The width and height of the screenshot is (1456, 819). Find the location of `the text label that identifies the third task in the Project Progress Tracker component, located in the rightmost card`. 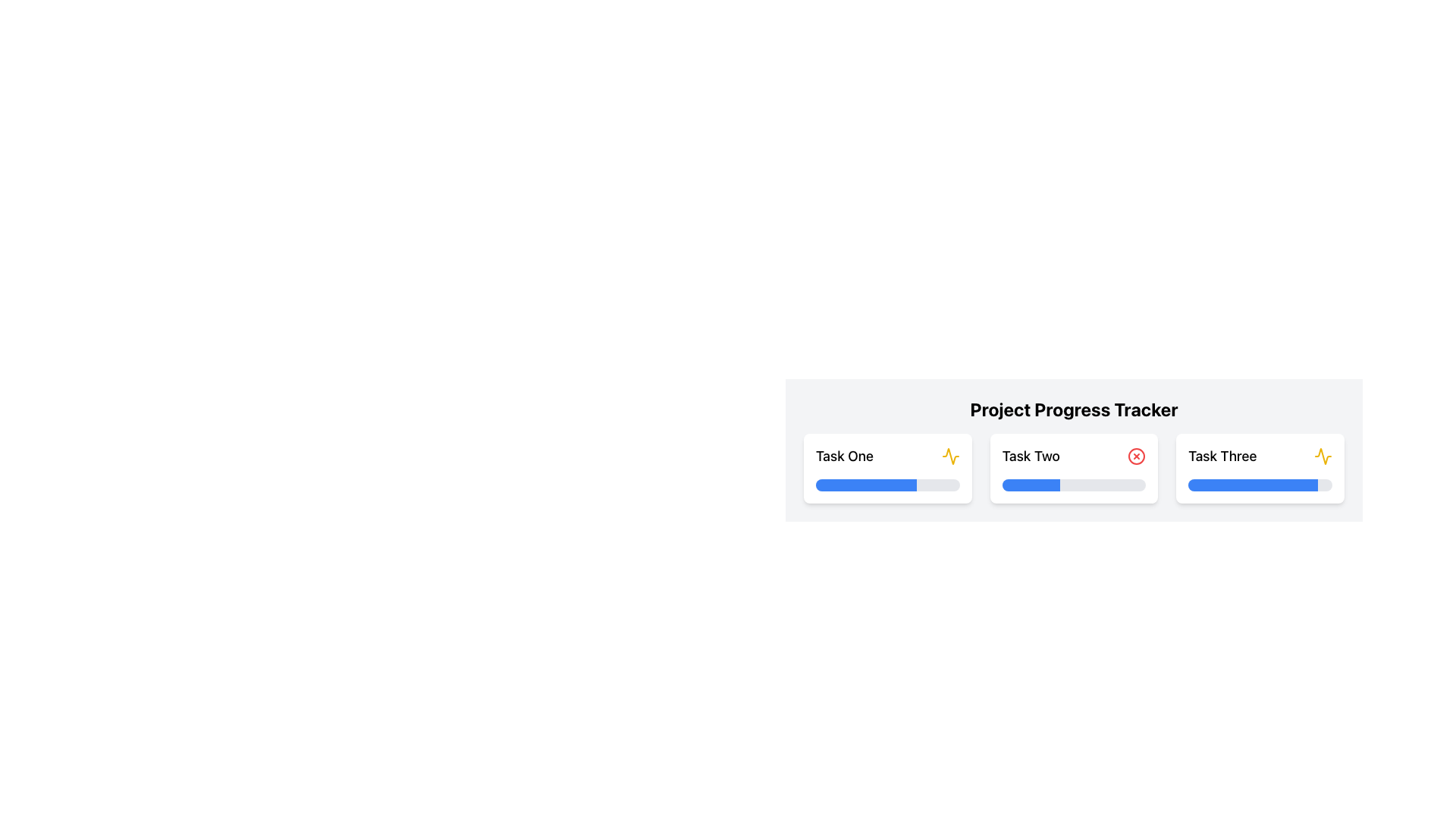

the text label that identifies the third task in the Project Progress Tracker component, located in the rightmost card is located at coordinates (1222, 455).